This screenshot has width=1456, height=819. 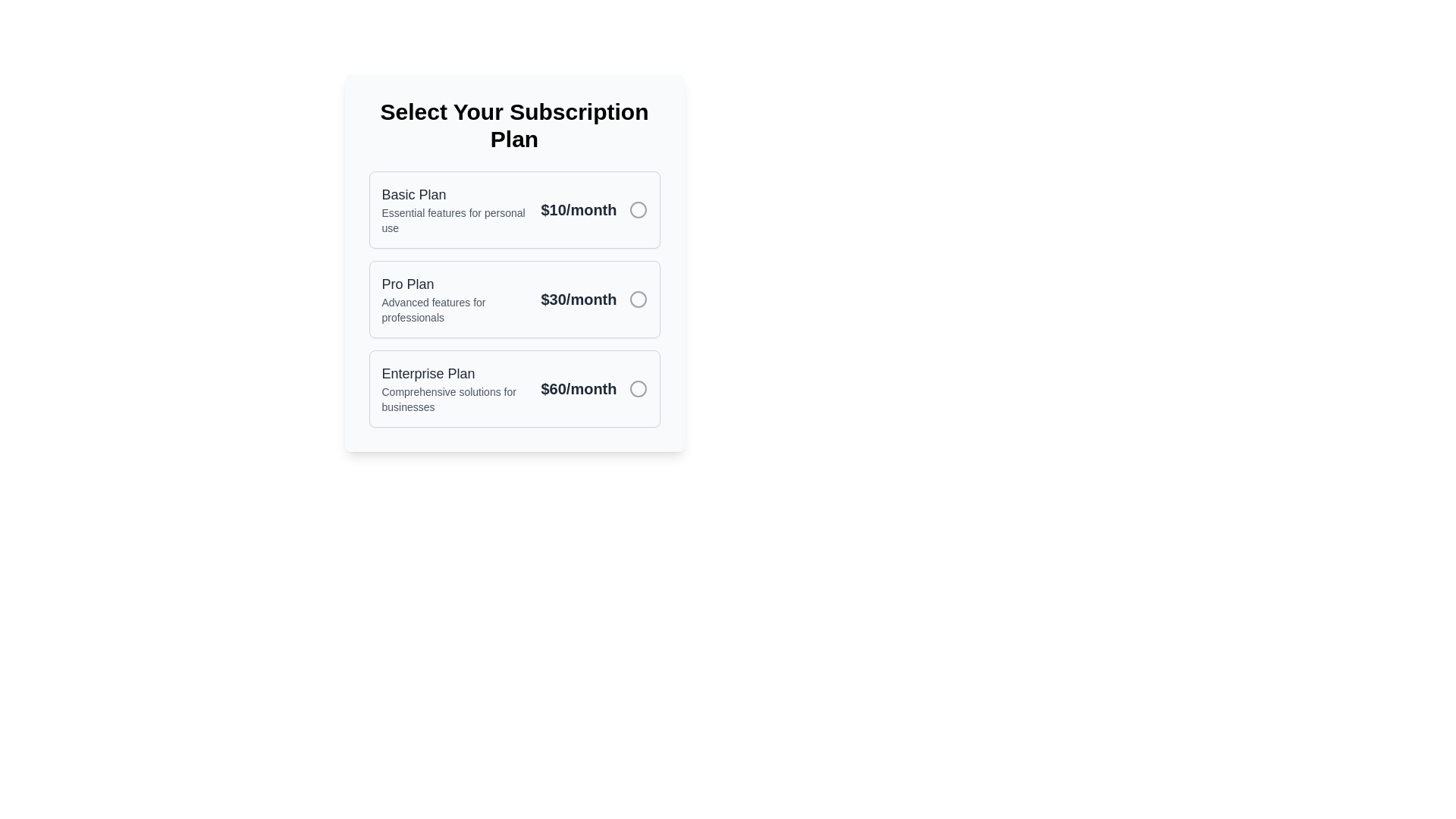 What do you see at coordinates (454, 399) in the screenshot?
I see `the text label displaying 'Comprehensive solutions for businesses', which is styled in light gray and located beneath the 'Enterprise Plan' header` at bounding box center [454, 399].